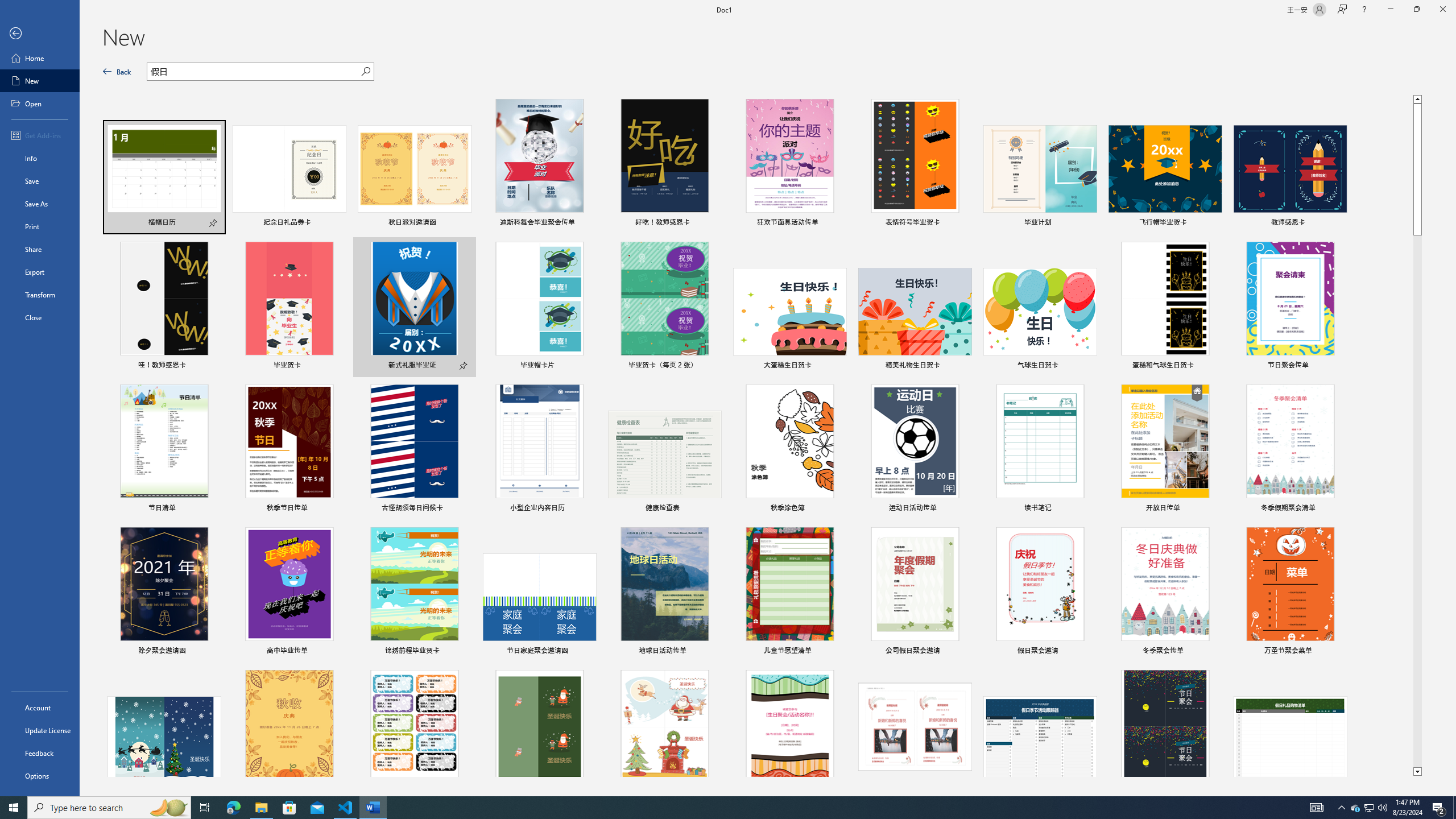 This screenshot has width=1456, height=819. I want to click on 'Back', so click(118, 71).